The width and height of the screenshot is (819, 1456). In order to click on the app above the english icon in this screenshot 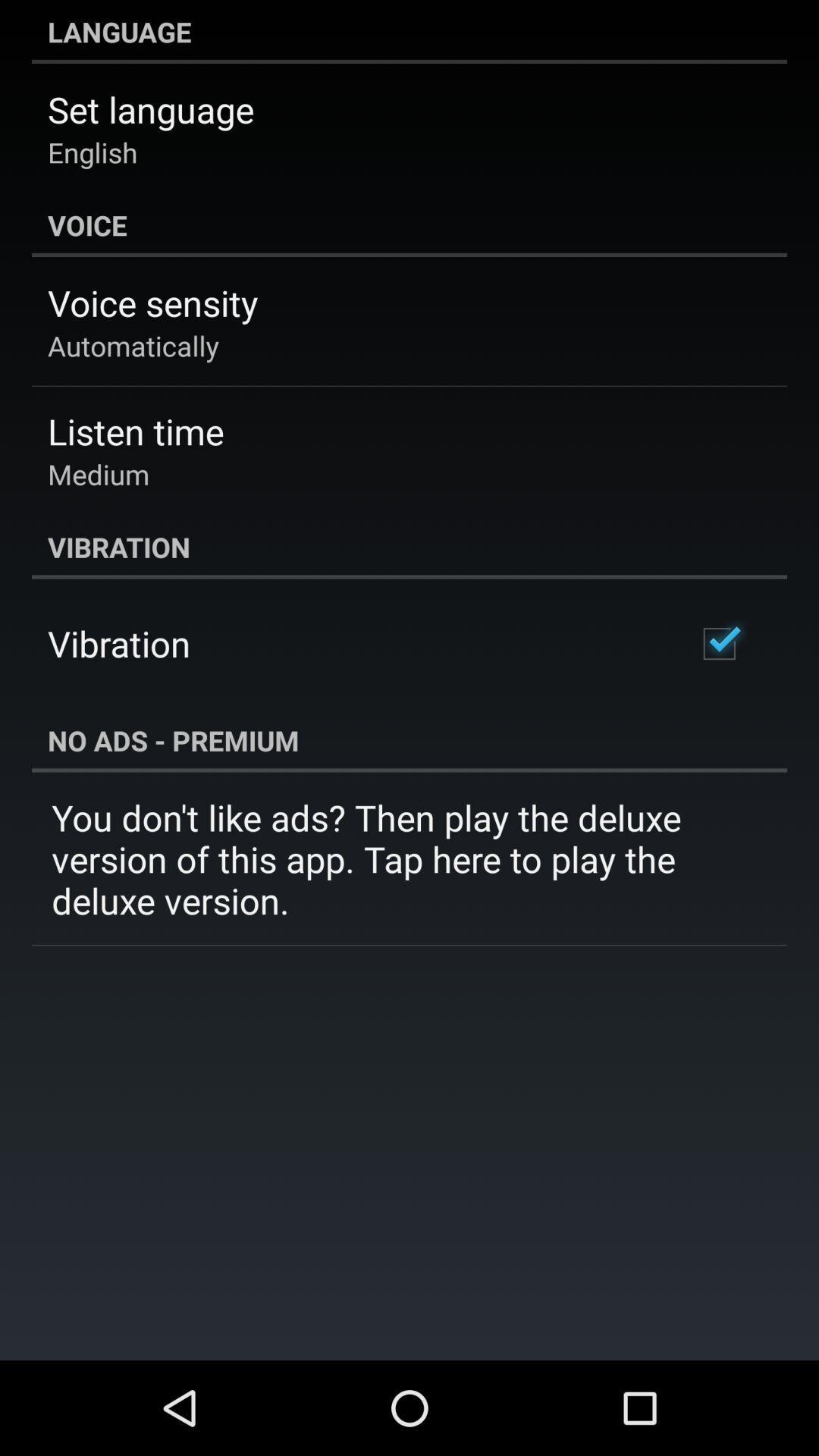, I will do `click(151, 108)`.